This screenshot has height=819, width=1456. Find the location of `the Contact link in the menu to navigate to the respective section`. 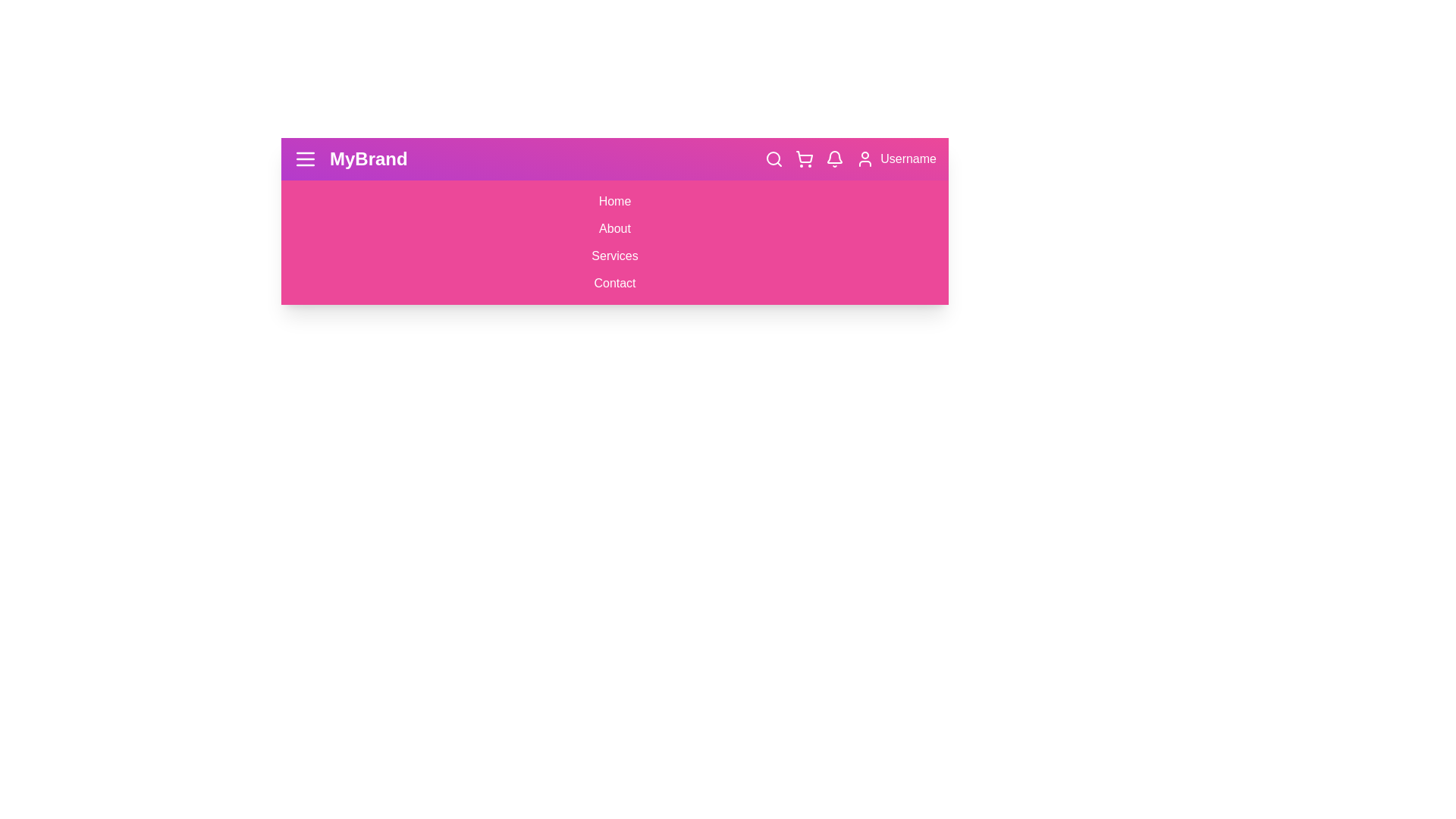

the Contact link in the menu to navigate to the respective section is located at coordinates (615, 284).